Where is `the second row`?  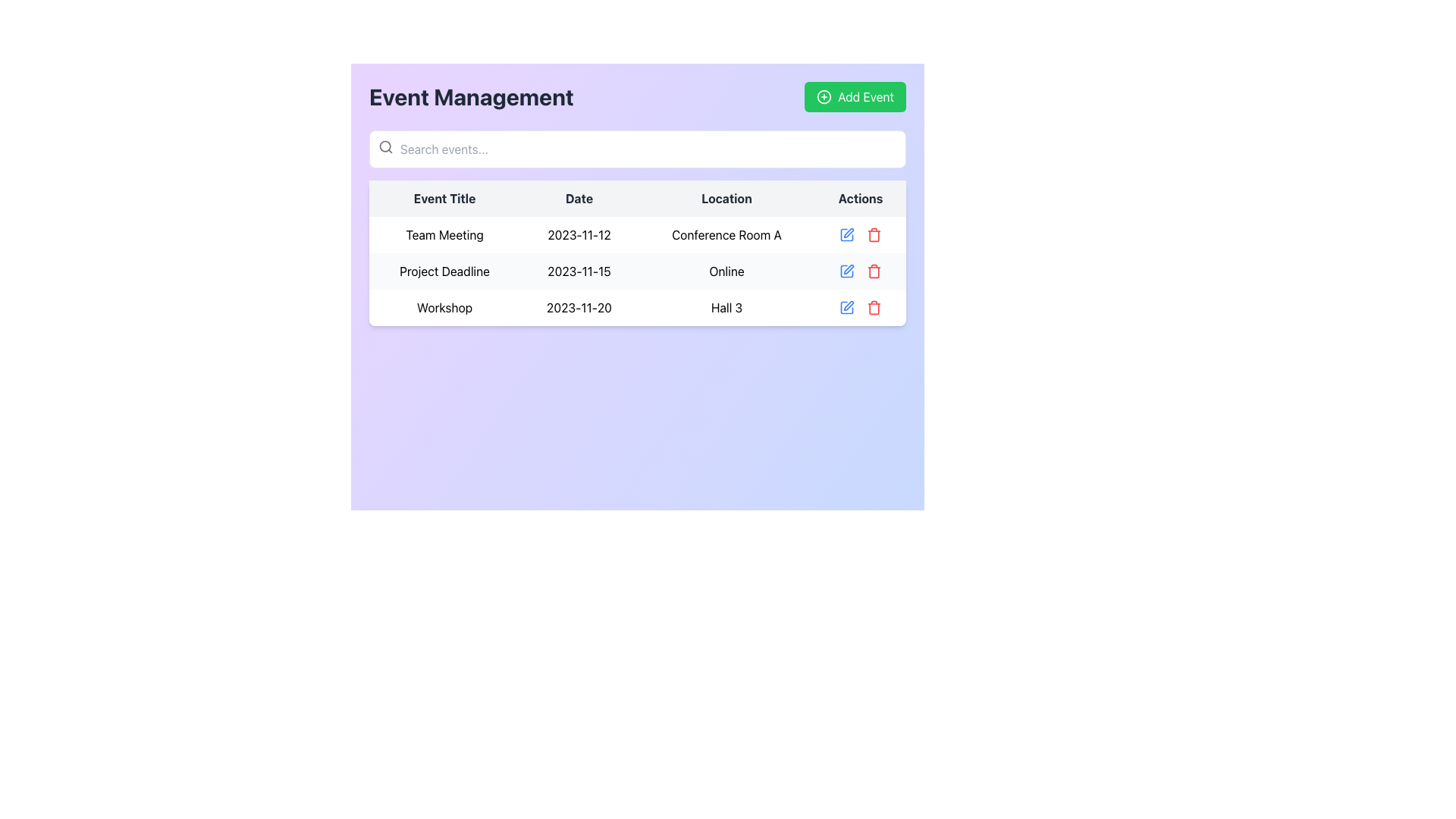 the second row is located at coordinates (637, 271).